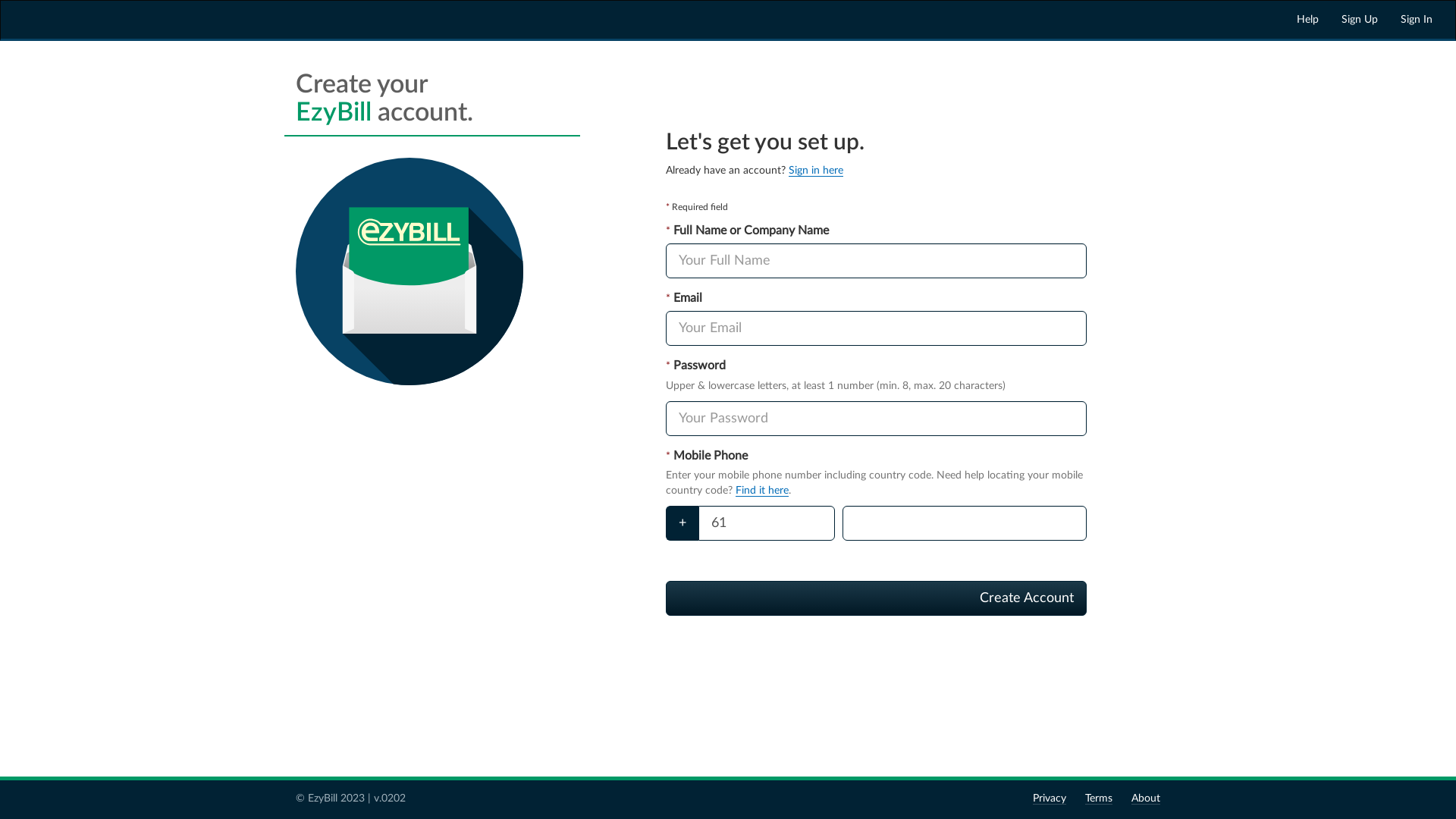 Image resolution: width=1456 pixels, height=819 pixels. Describe the element at coordinates (735, 491) in the screenshot. I see `'Find it here'` at that location.